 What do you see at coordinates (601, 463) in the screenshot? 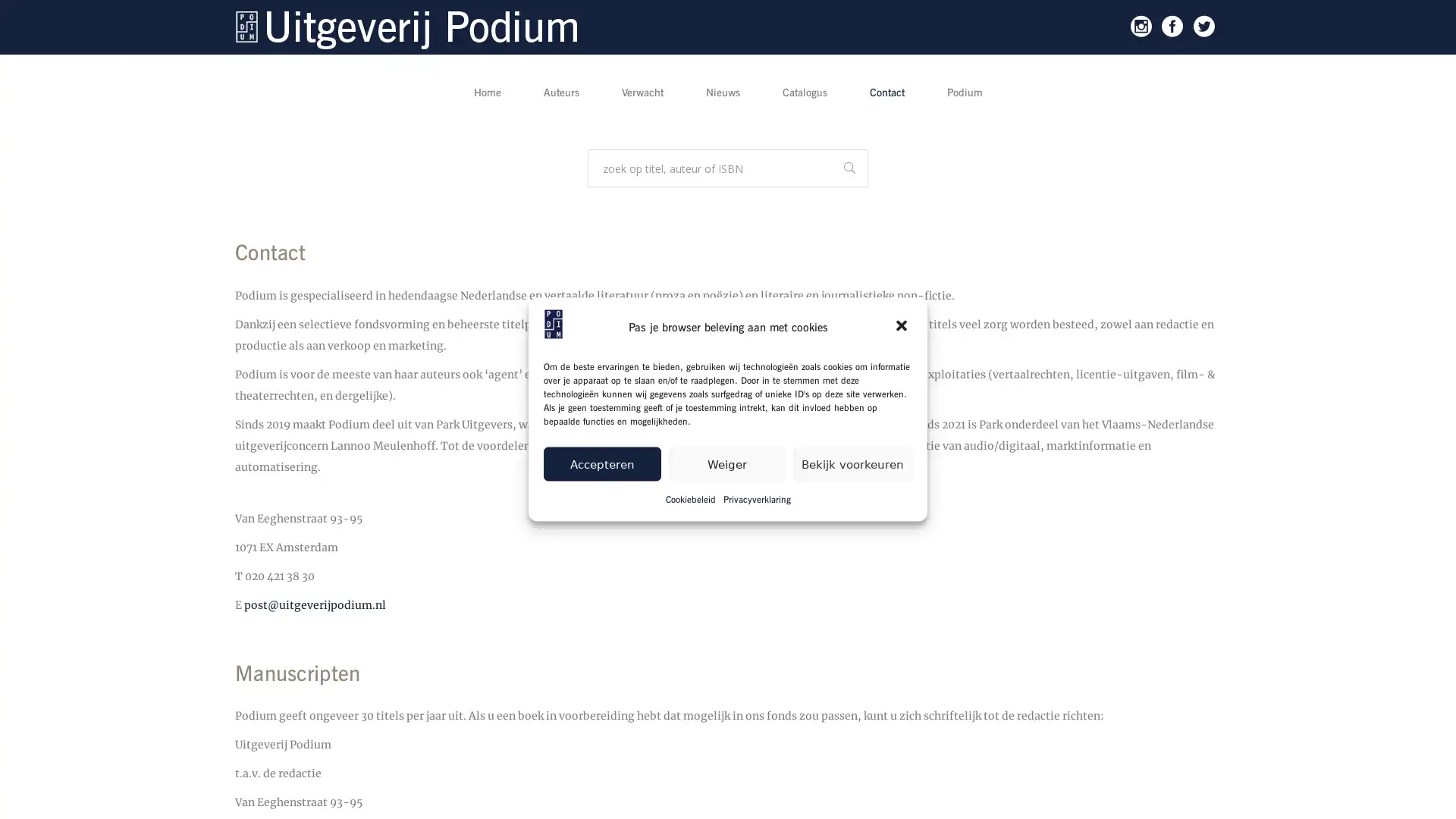
I see `Accepteren` at bounding box center [601, 463].